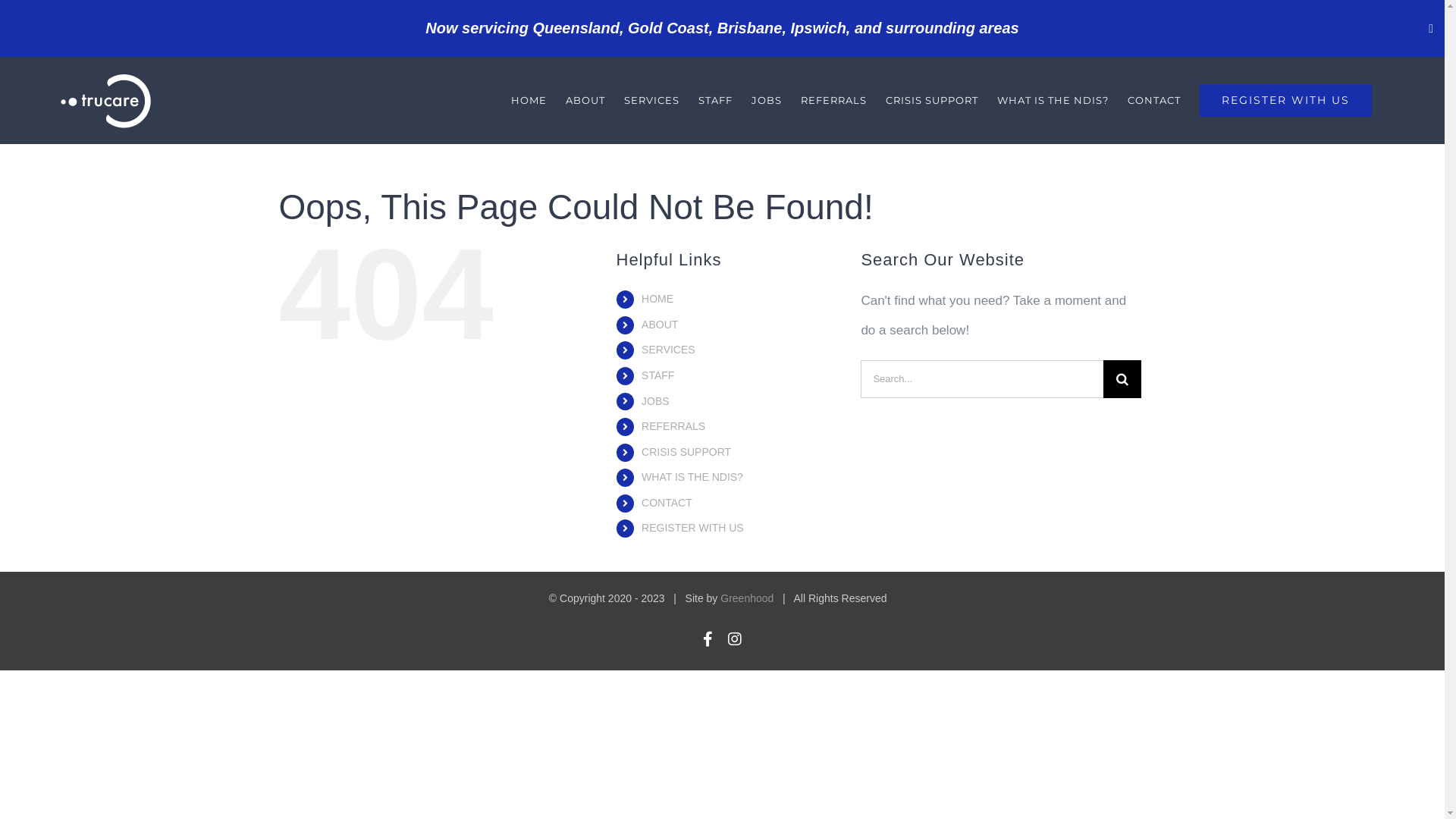 This screenshot has height=819, width=1456. I want to click on 'REGISTER WITH US', so click(1199, 100).